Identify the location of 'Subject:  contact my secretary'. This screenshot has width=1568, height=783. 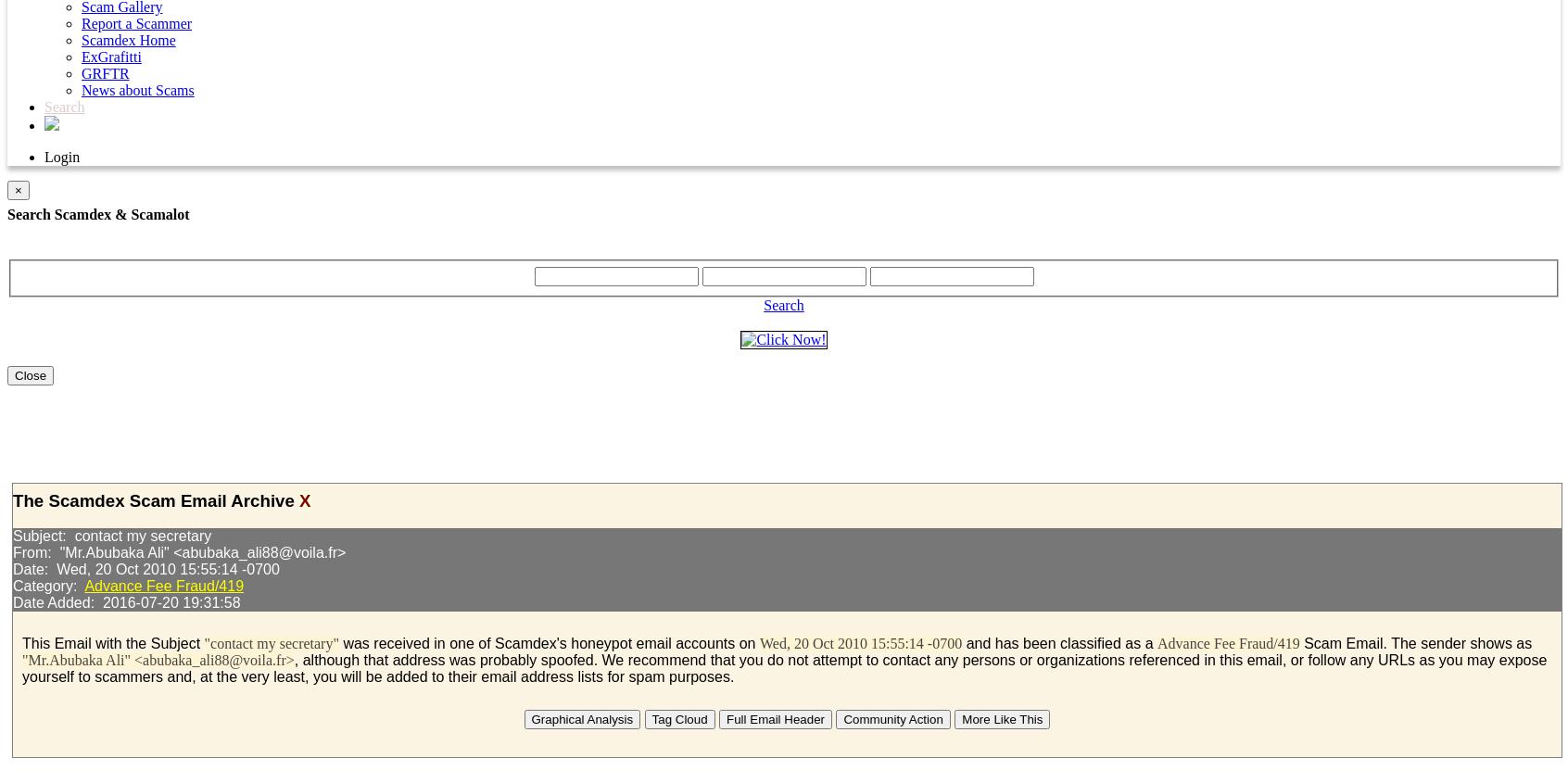
(12, 535).